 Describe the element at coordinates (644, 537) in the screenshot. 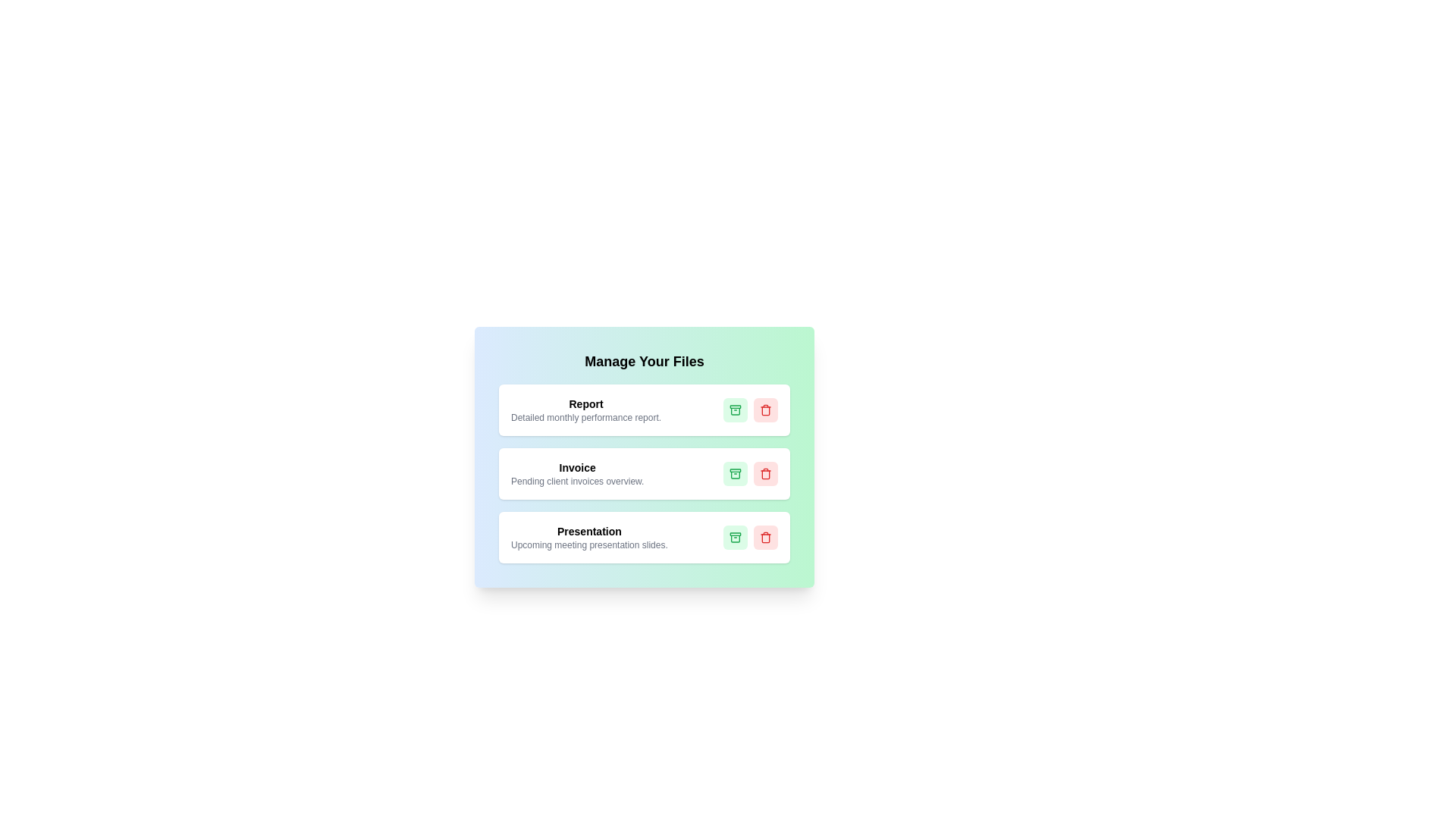

I see `the card titled Presentation to view its details` at that location.